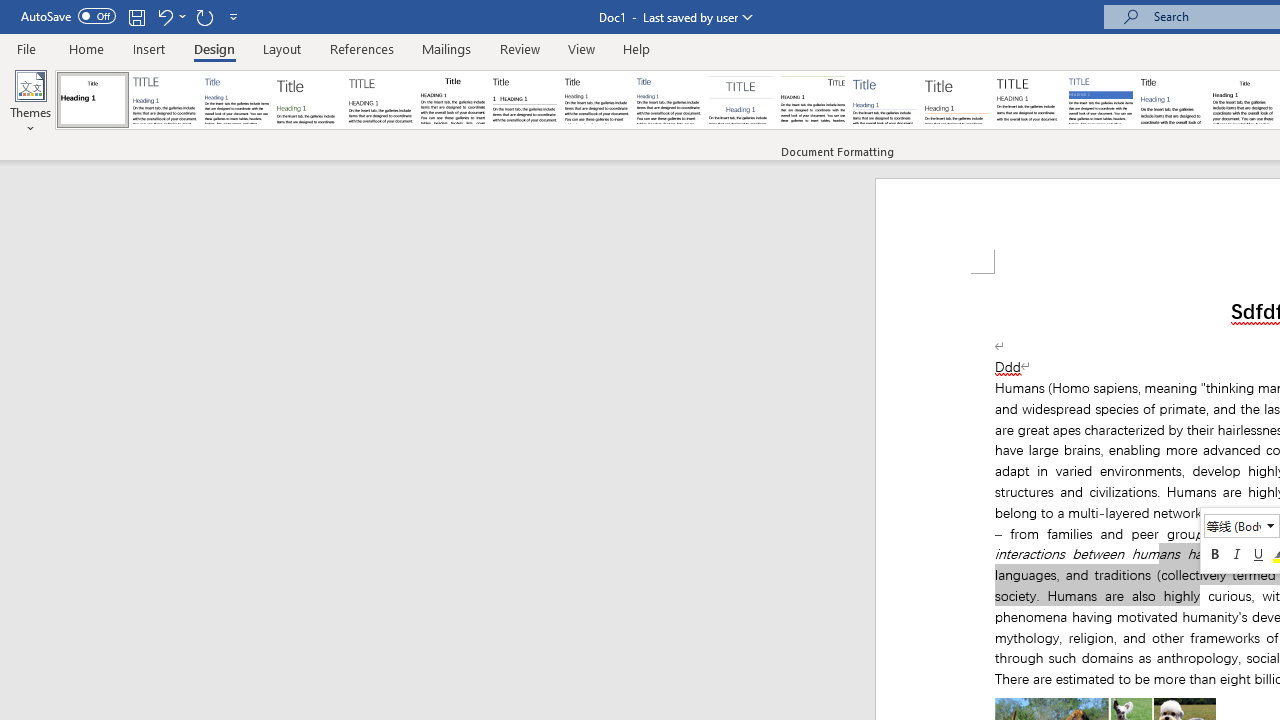  Describe the element at coordinates (170, 16) in the screenshot. I see `'Undo Italic'` at that location.